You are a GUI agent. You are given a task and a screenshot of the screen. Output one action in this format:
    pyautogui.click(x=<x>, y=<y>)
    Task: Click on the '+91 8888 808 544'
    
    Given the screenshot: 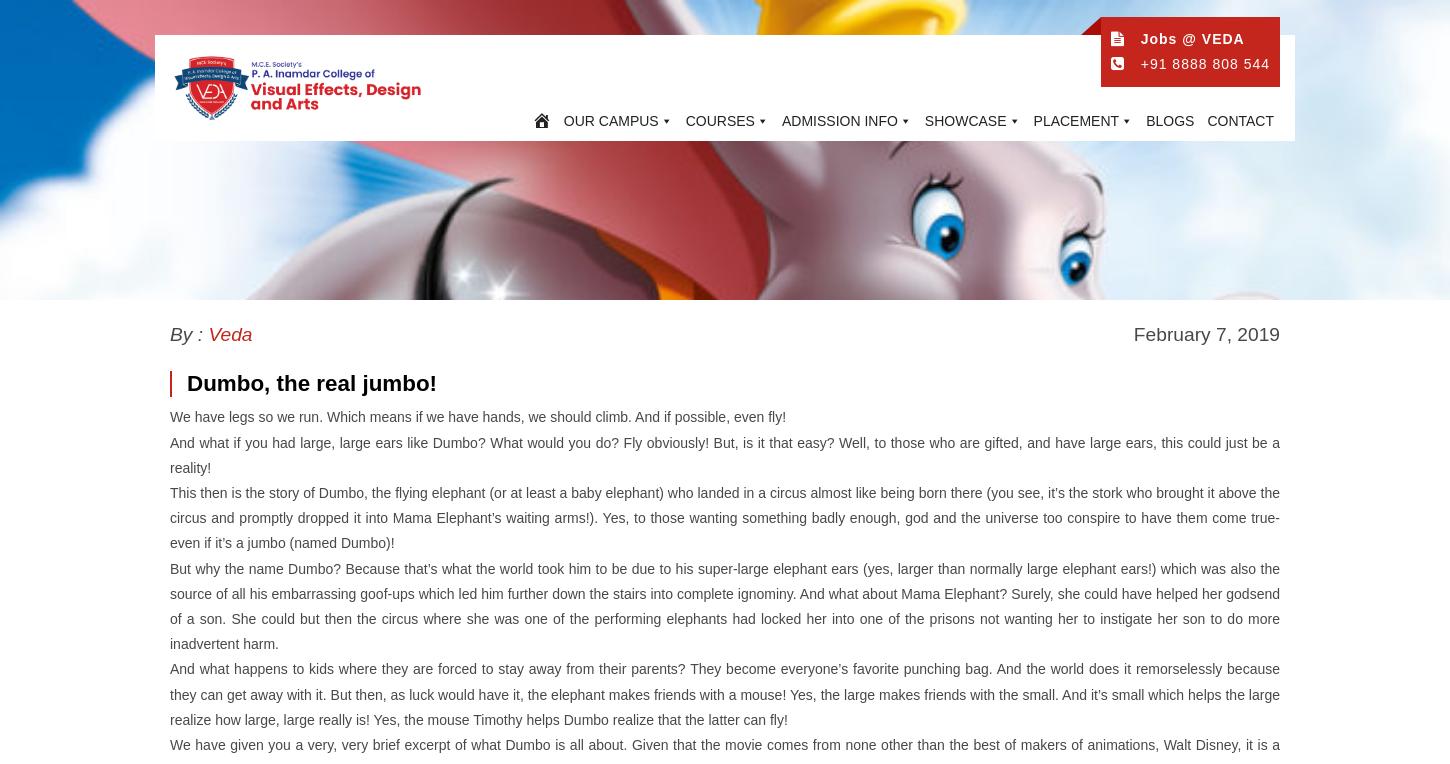 What is the action you would take?
    pyautogui.click(x=1138, y=64)
    